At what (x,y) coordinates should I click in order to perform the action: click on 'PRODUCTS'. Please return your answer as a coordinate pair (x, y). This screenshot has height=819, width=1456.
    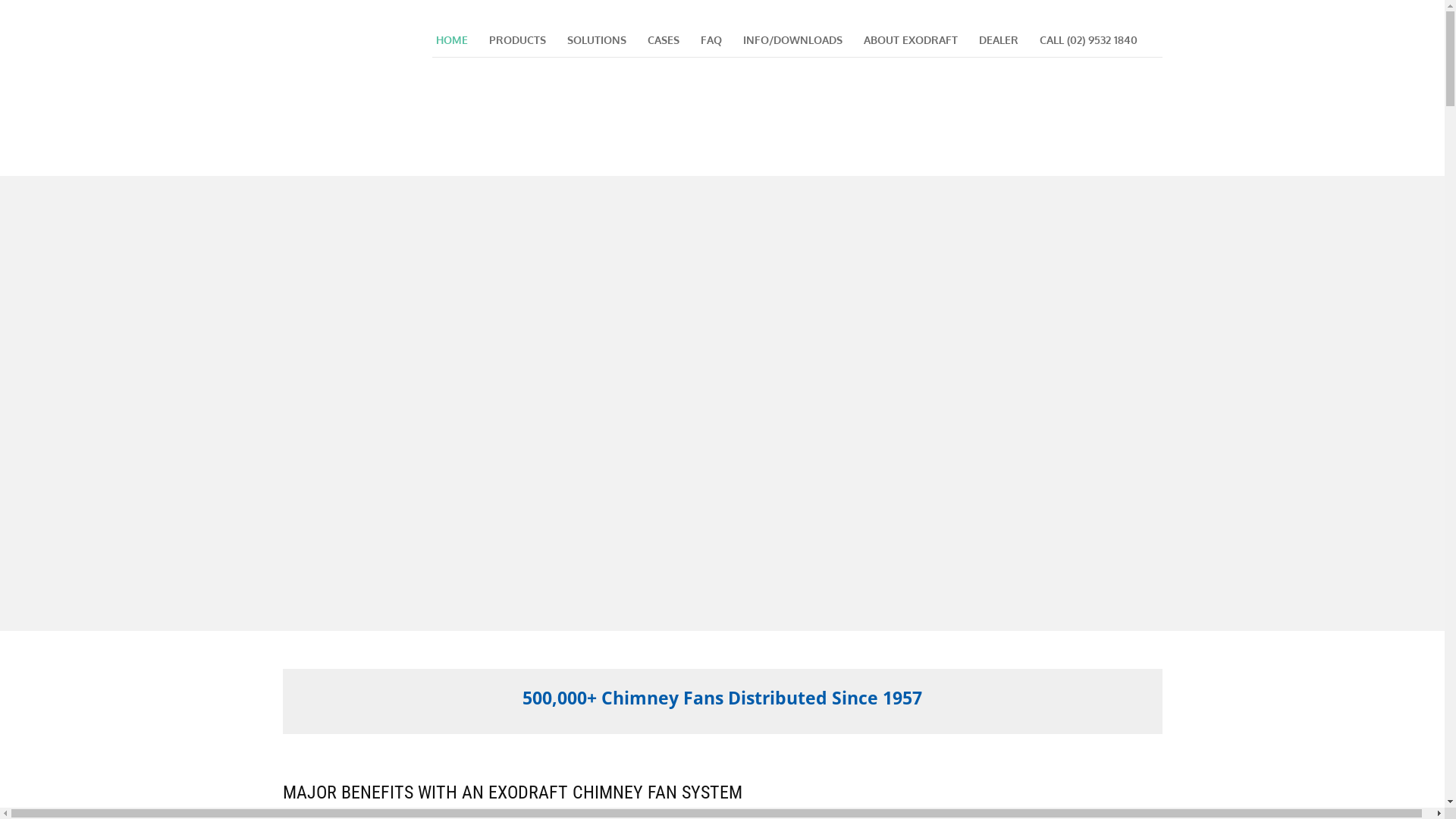
    Looking at the image, I should click on (517, 39).